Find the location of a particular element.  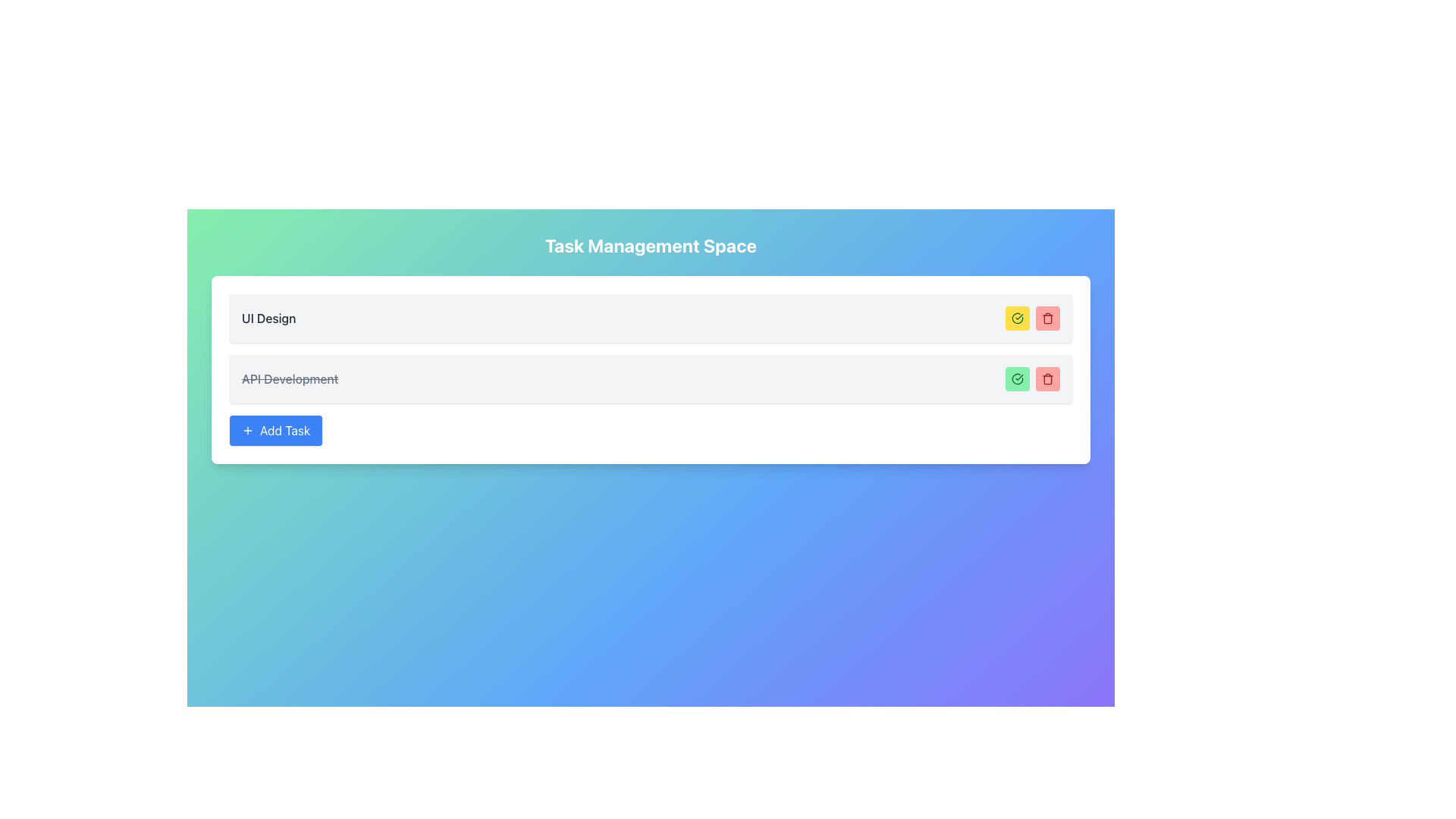

the delete button located in the second task row of the task list is located at coordinates (1047, 378).